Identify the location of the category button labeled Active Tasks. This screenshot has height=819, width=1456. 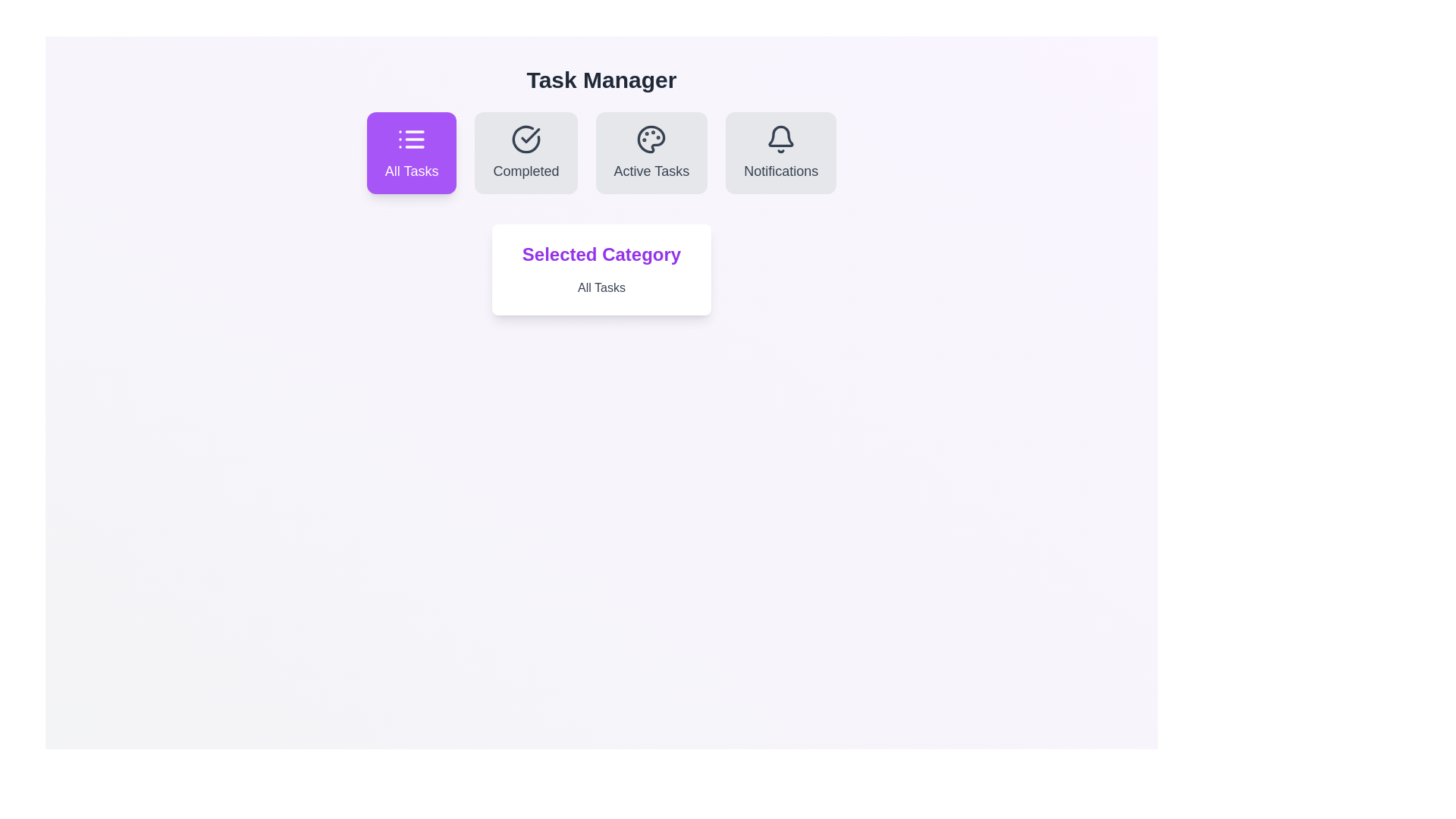
(651, 152).